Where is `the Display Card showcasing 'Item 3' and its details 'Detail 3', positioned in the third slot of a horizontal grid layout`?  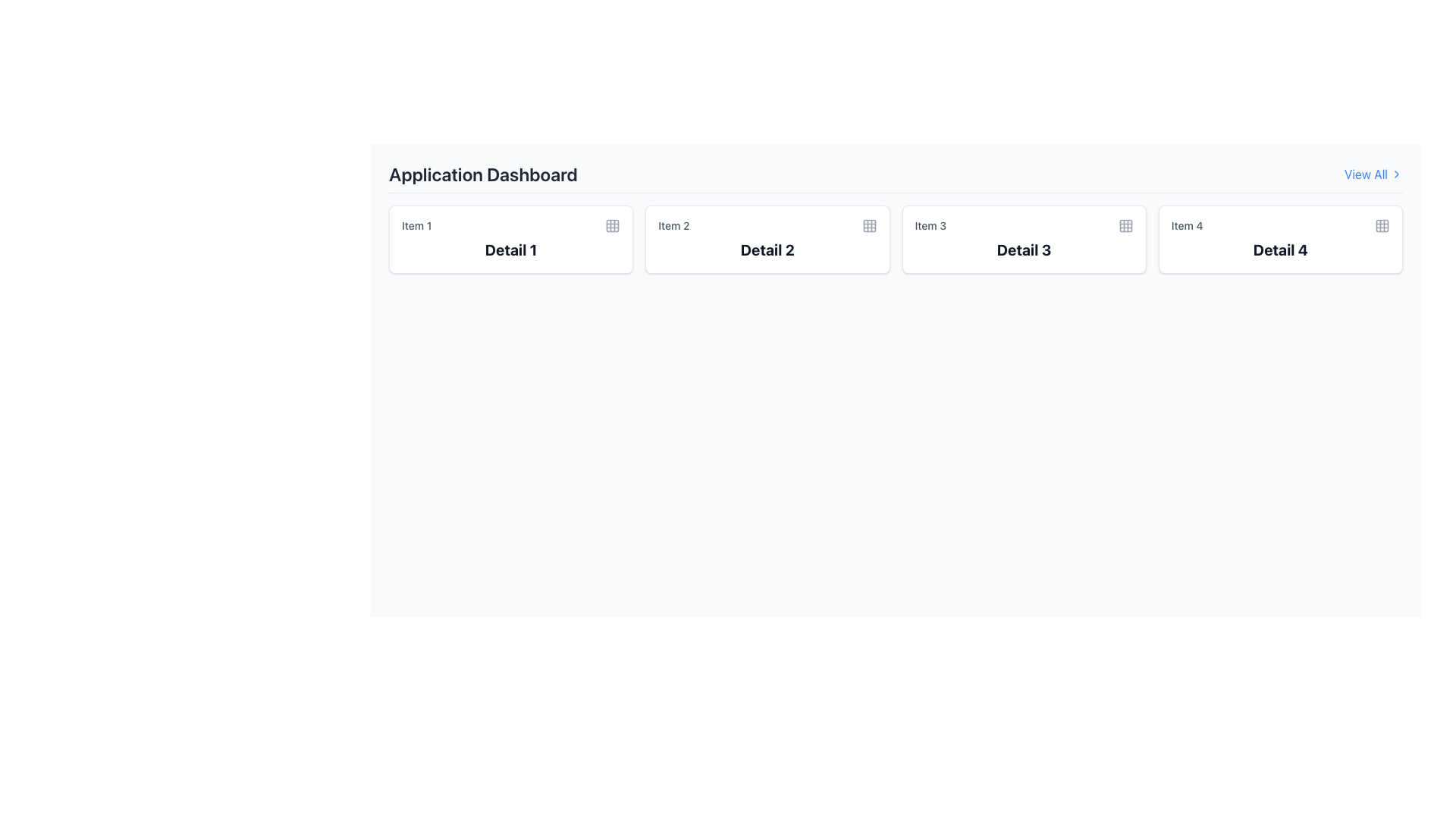
the Display Card showcasing 'Item 3' and its details 'Detail 3', positioned in the third slot of a horizontal grid layout is located at coordinates (1024, 239).